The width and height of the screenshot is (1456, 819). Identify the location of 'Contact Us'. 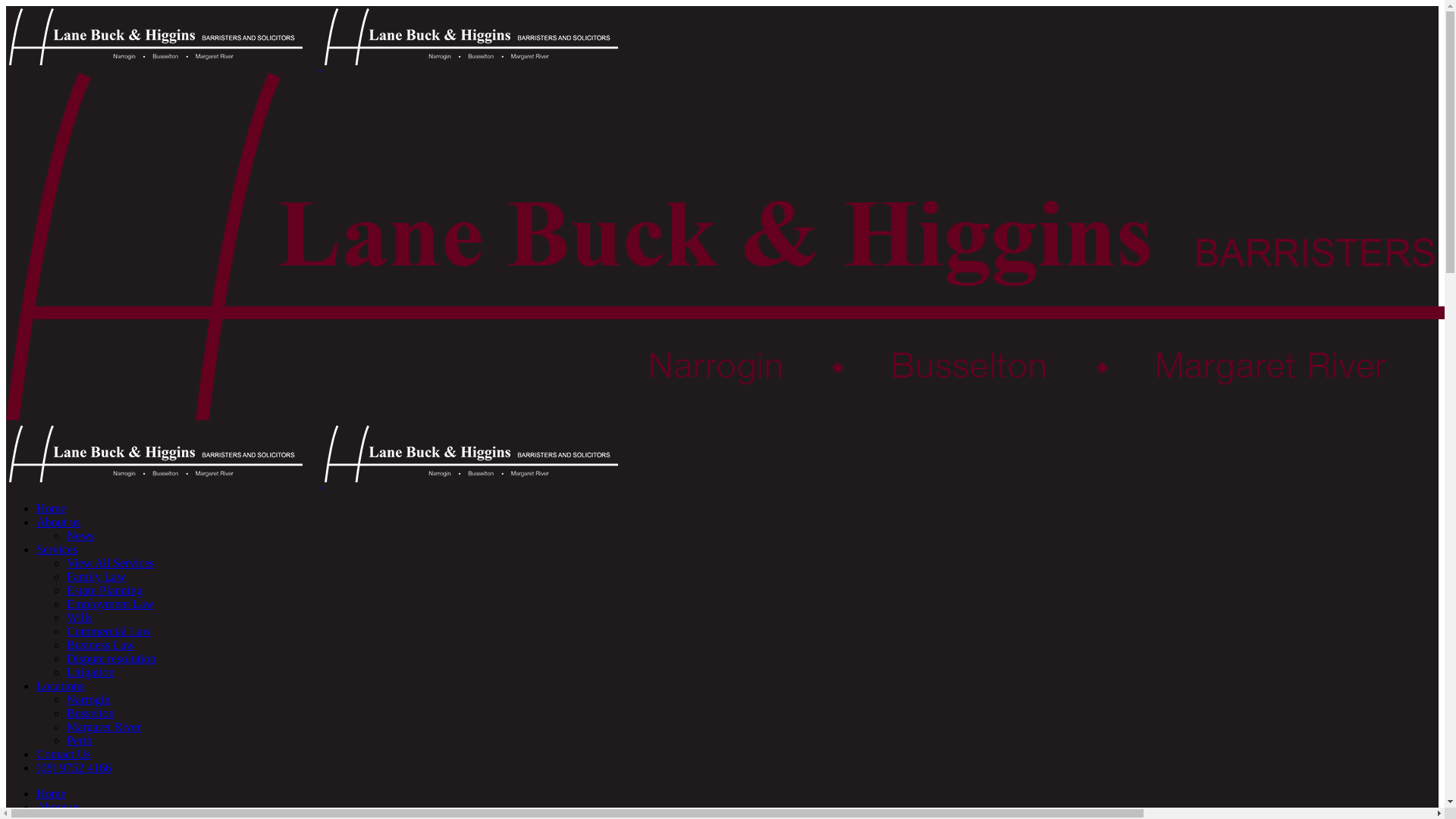
(36, 754).